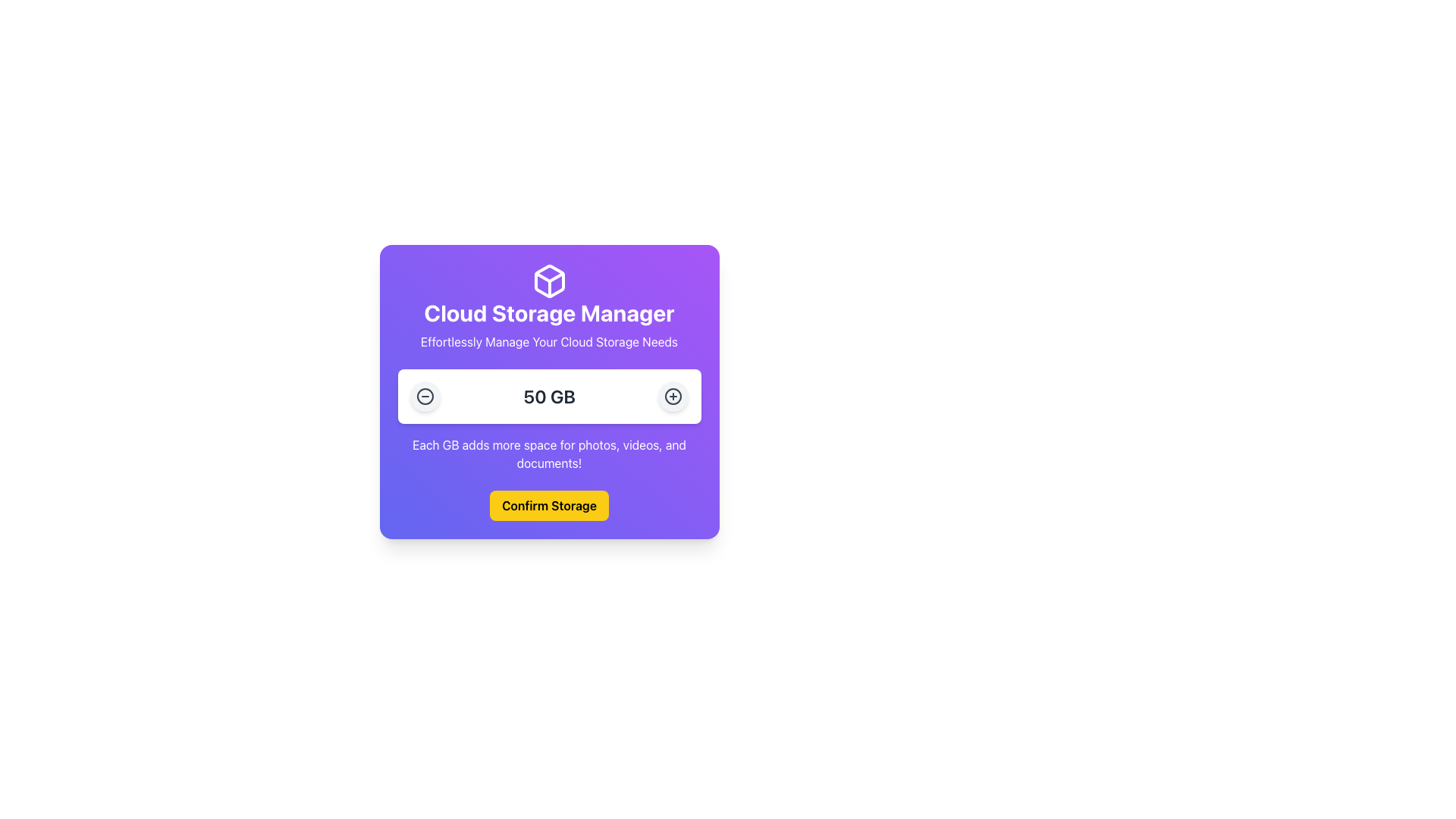 This screenshot has height=819, width=1456. Describe the element at coordinates (425, 396) in the screenshot. I see `the button that decreases the quantity in the adjacent '50 GB' text field` at that location.